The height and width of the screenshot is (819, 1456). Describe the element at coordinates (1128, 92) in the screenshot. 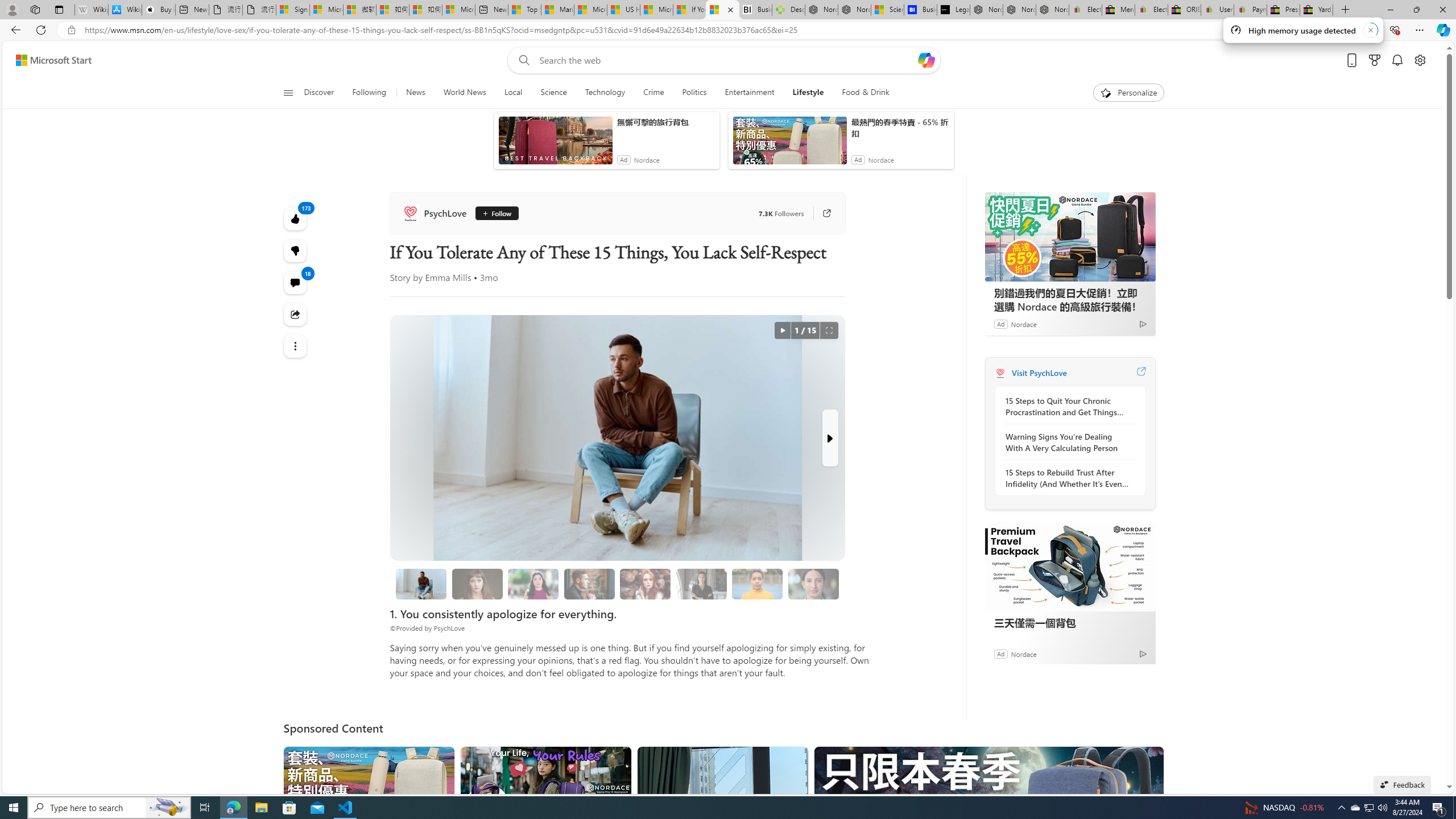

I see `'Personalize'` at that location.